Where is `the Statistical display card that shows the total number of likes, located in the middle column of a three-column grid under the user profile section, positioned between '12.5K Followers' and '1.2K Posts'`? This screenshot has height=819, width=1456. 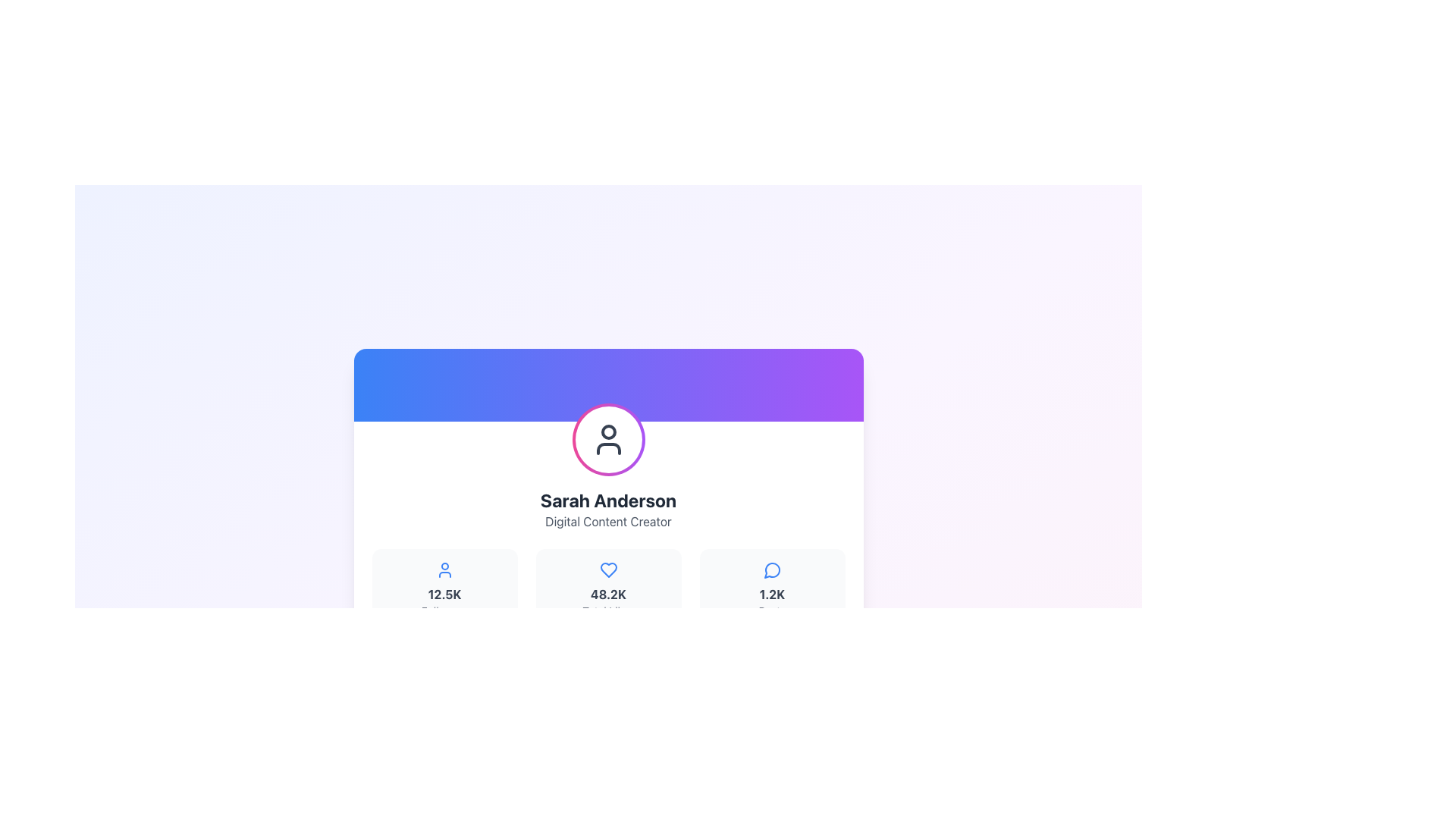
the Statistical display card that shows the total number of likes, located in the middle column of a three-column grid under the user profile section, positioned between '12.5K Followers' and '1.2K Posts' is located at coordinates (608, 589).